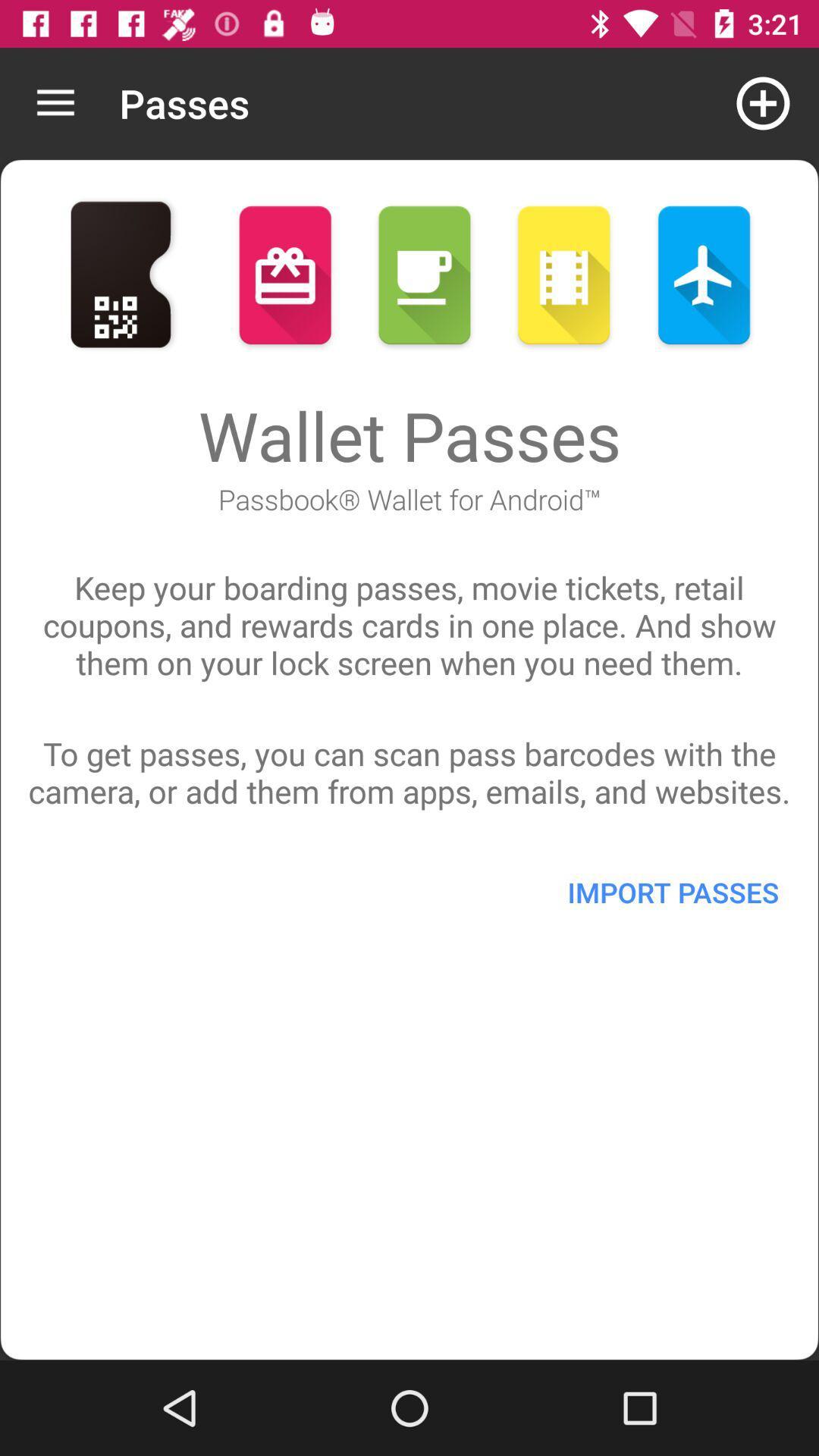  I want to click on the item on the right, so click(672, 892).